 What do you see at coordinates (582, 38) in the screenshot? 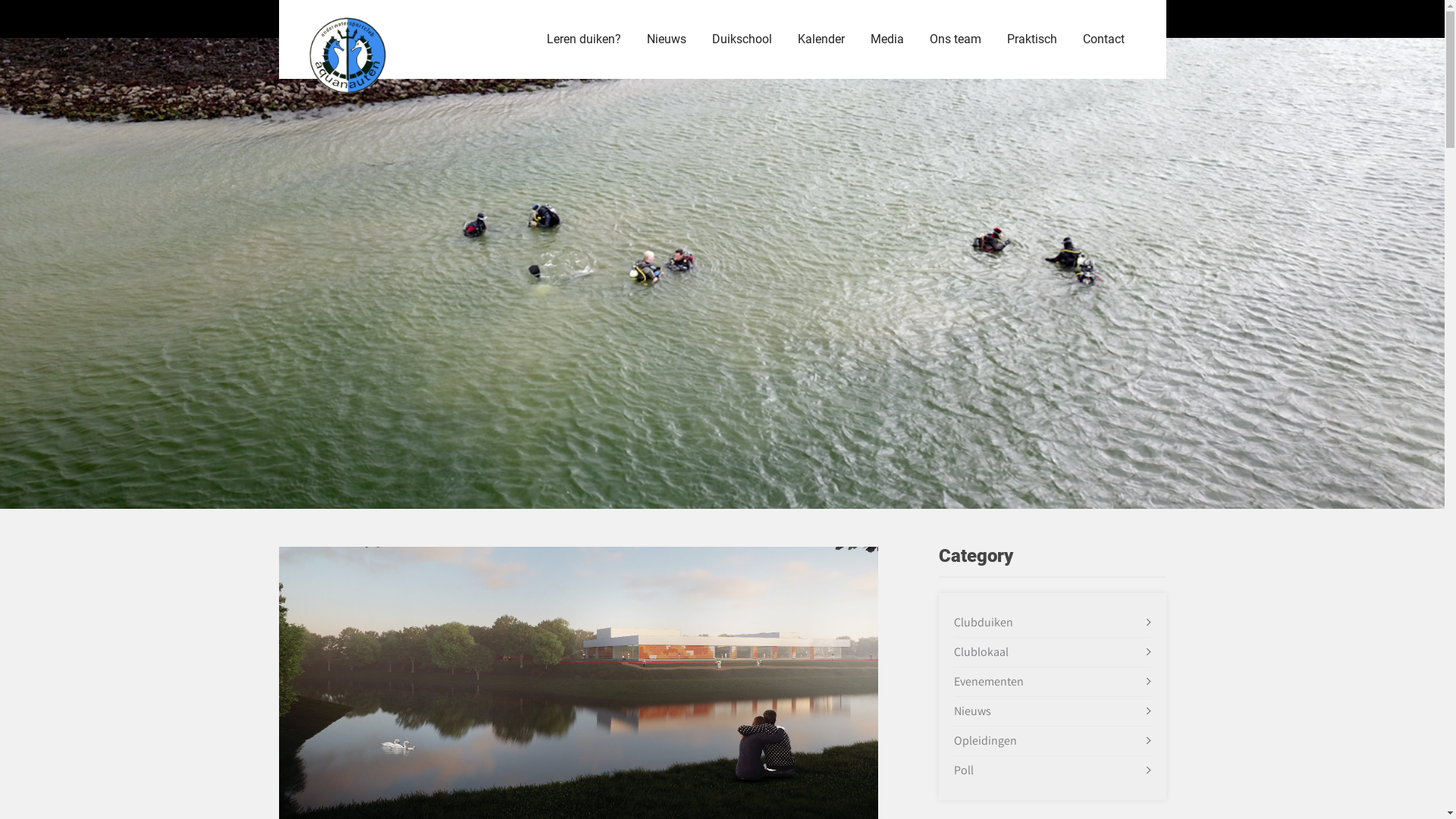
I see `'Leren duiken?'` at bounding box center [582, 38].